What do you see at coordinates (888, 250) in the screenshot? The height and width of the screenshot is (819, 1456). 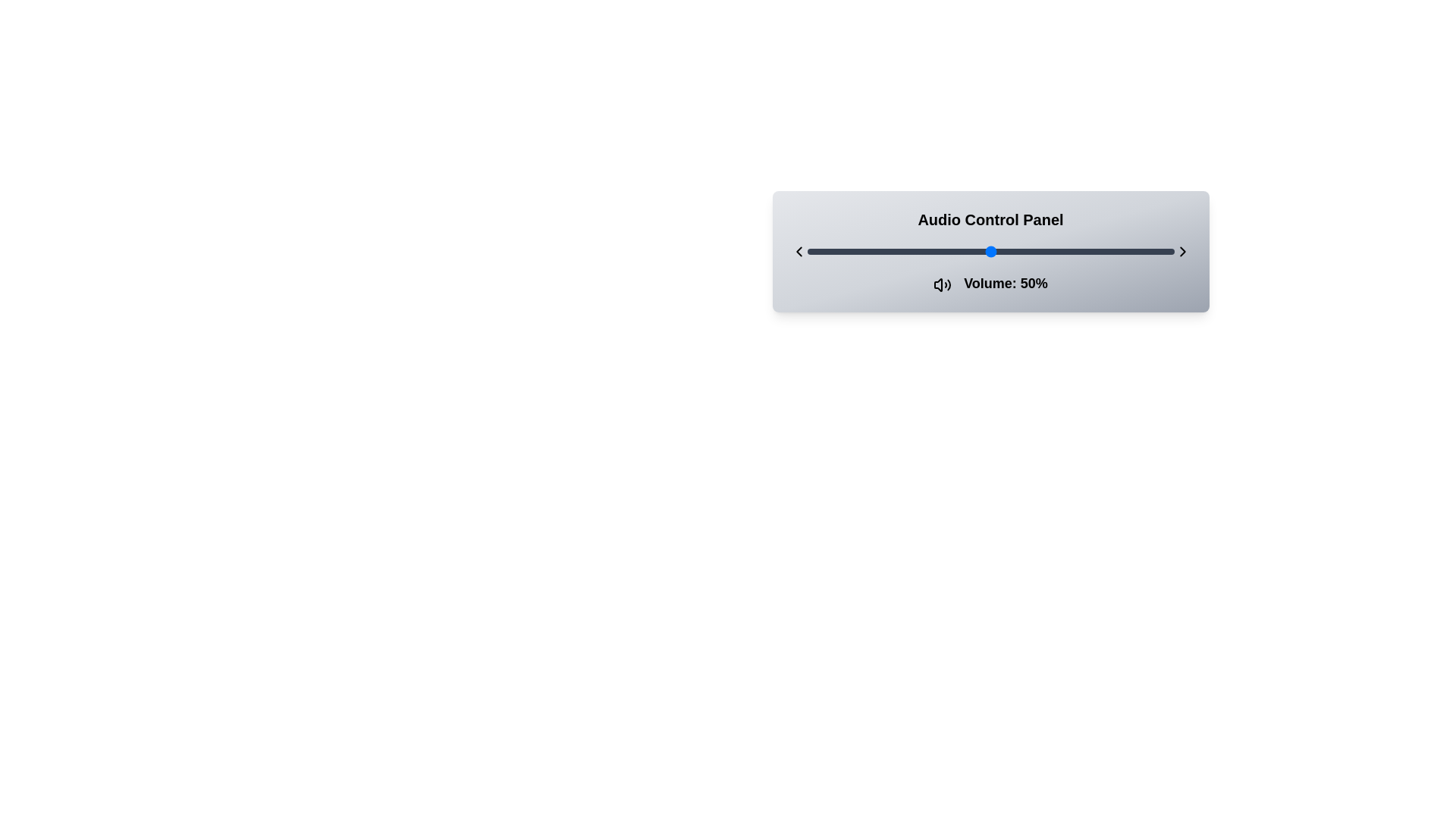 I see `the volume` at bounding box center [888, 250].